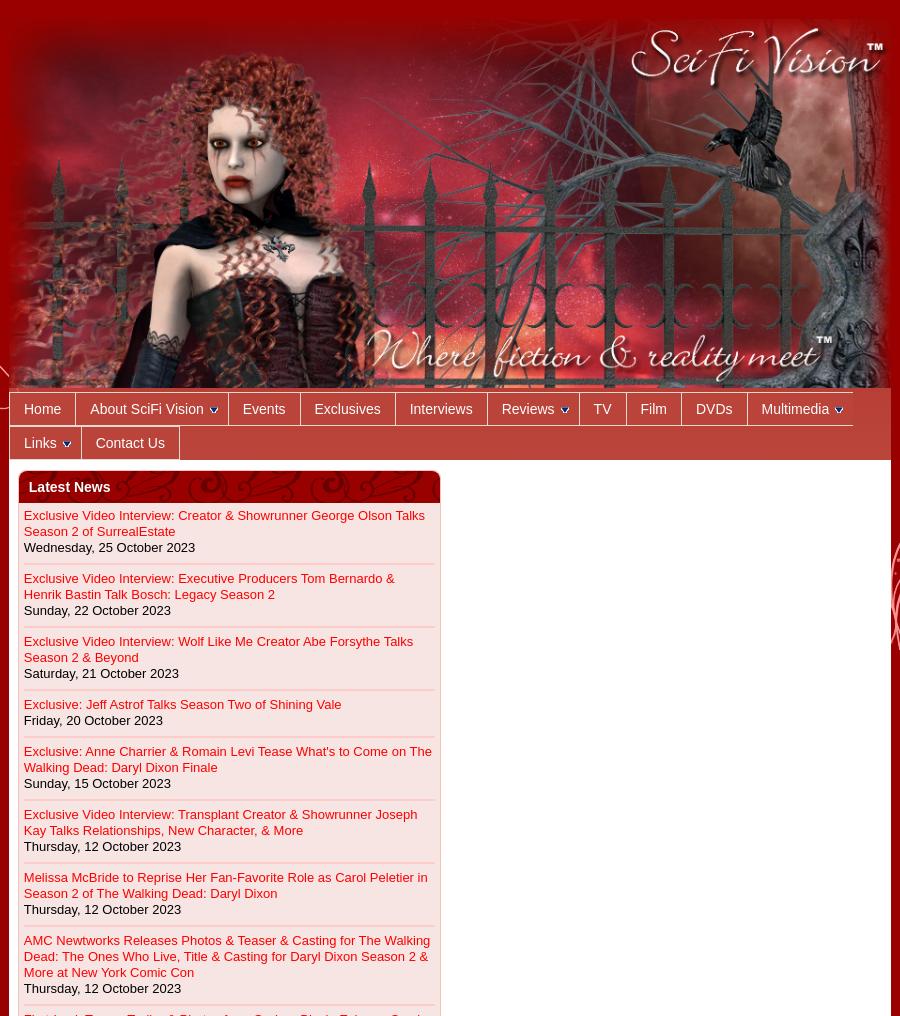 The height and width of the screenshot is (1016, 900). What do you see at coordinates (22, 720) in the screenshot?
I see `'Friday, 20 October 2023'` at bounding box center [22, 720].